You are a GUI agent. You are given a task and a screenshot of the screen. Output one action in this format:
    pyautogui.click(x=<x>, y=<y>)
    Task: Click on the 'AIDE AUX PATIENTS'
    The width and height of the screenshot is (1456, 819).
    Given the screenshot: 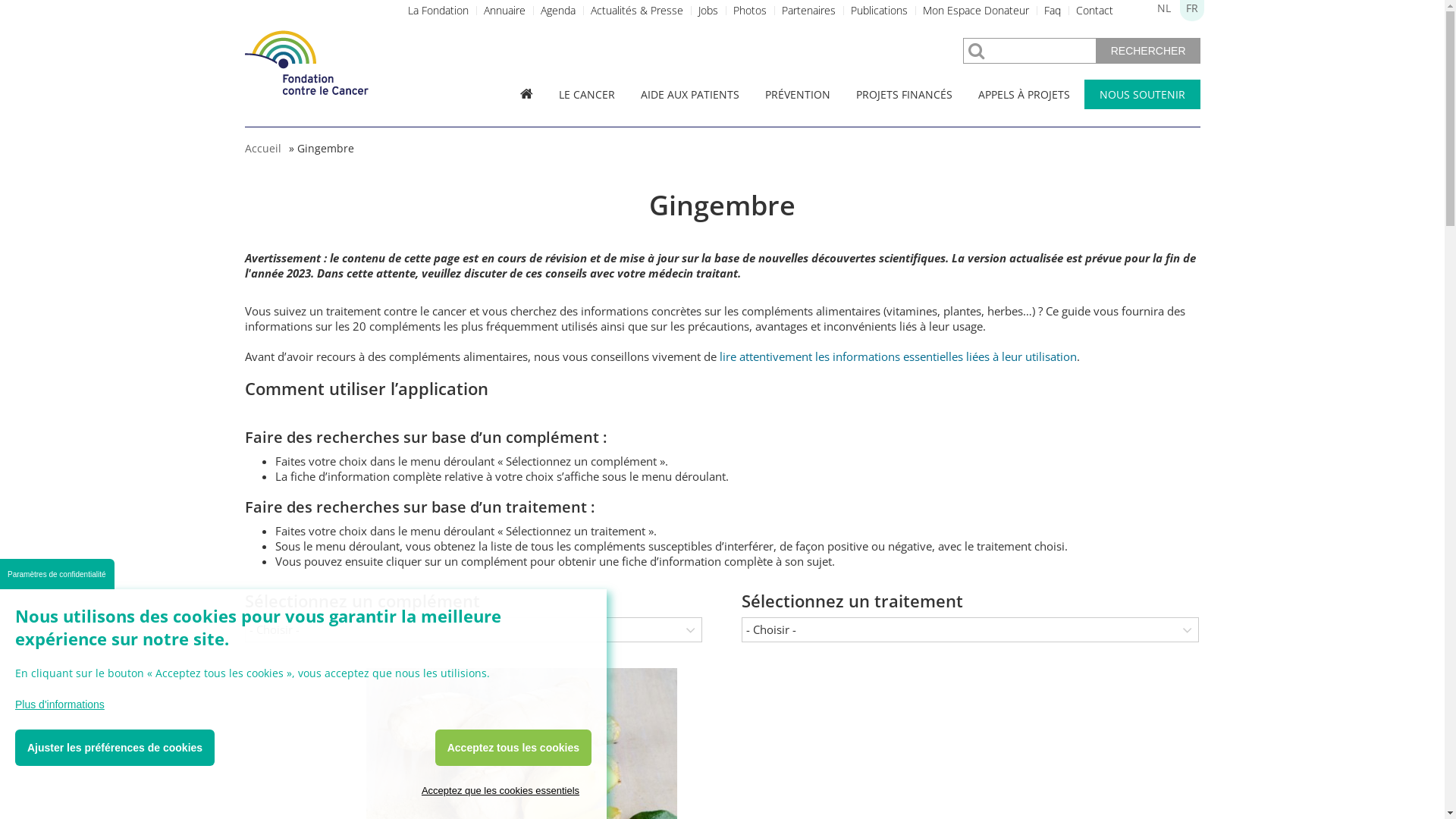 What is the action you would take?
    pyautogui.click(x=688, y=94)
    